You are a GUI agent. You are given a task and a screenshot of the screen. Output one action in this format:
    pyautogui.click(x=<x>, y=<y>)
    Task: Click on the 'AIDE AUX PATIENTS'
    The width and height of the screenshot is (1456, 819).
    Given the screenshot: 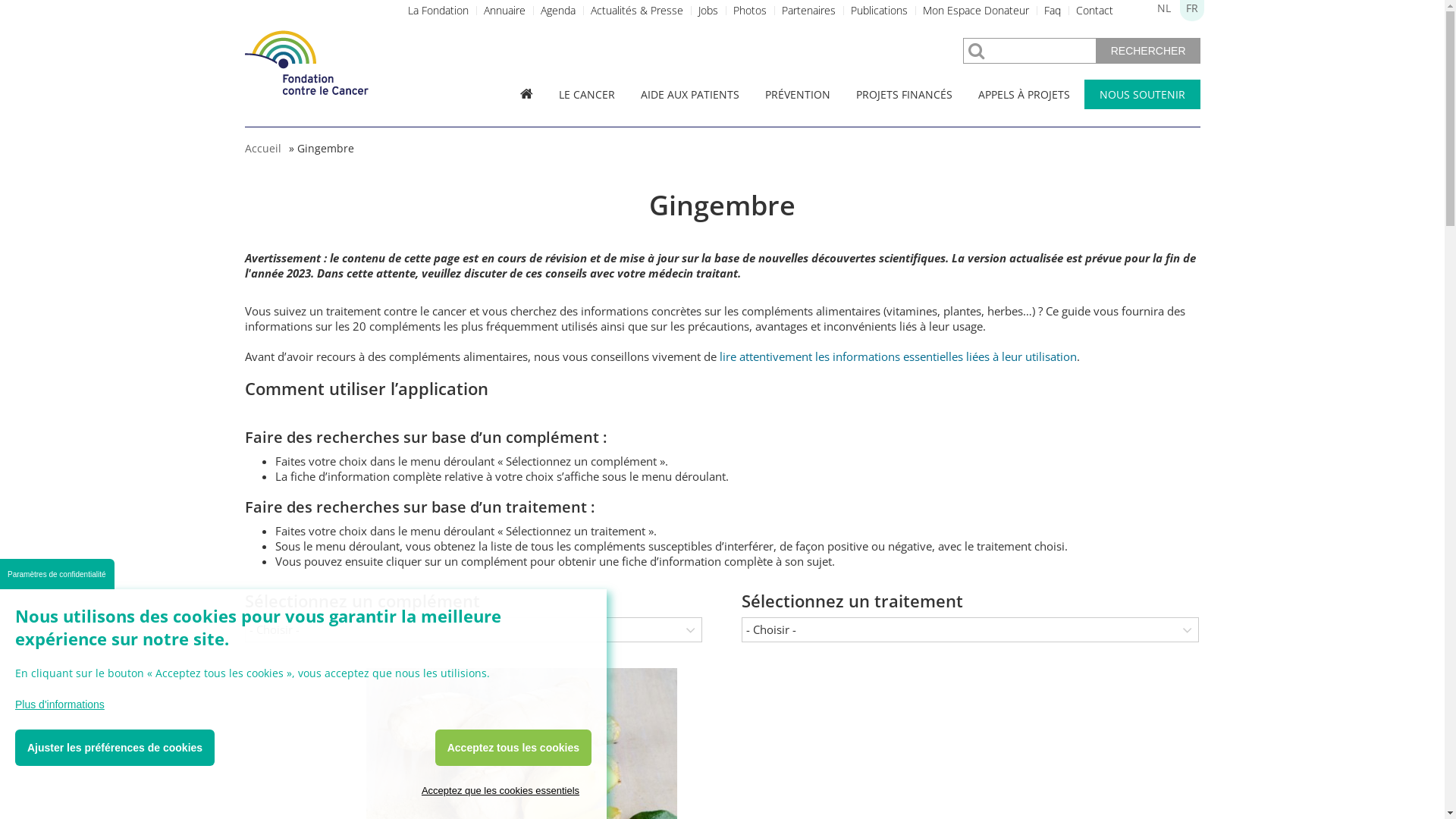 What is the action you would take?
    pyautogui.click(x=688, y=94)
    